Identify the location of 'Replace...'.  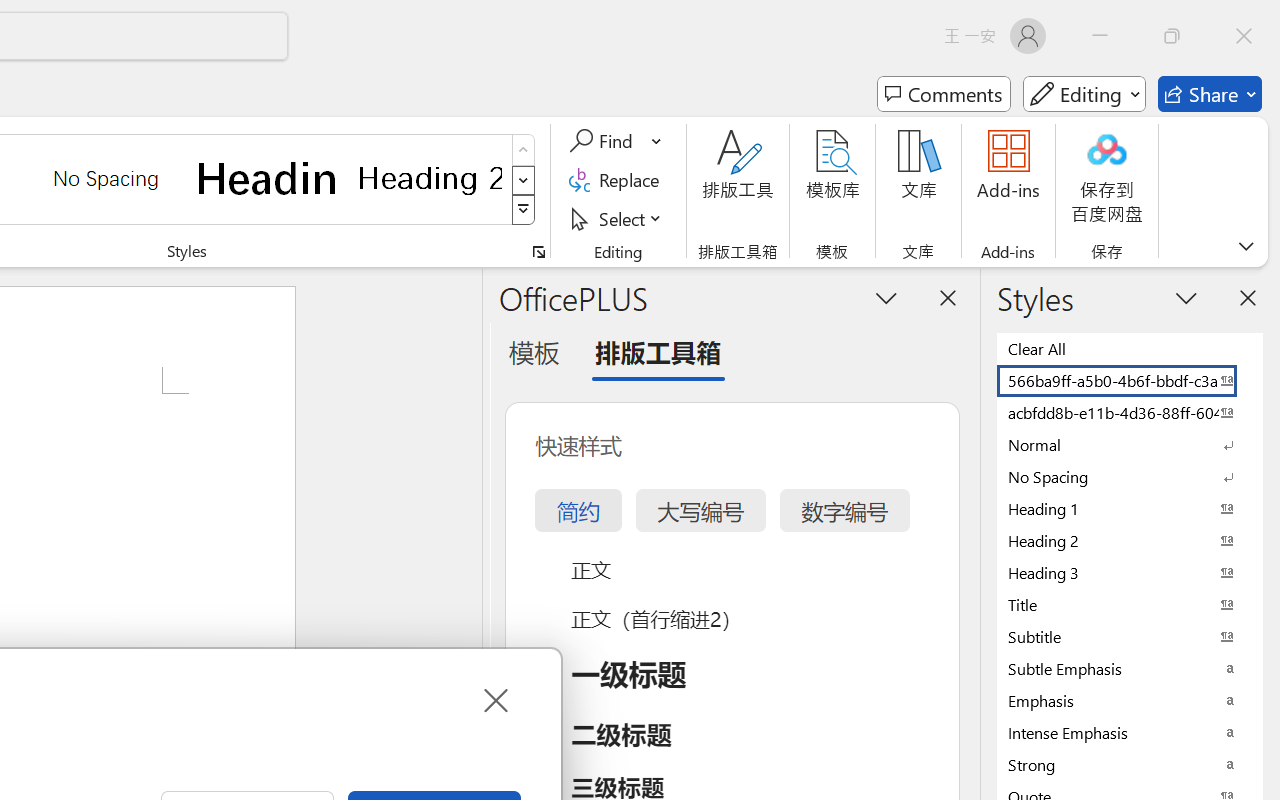
(616, 179).